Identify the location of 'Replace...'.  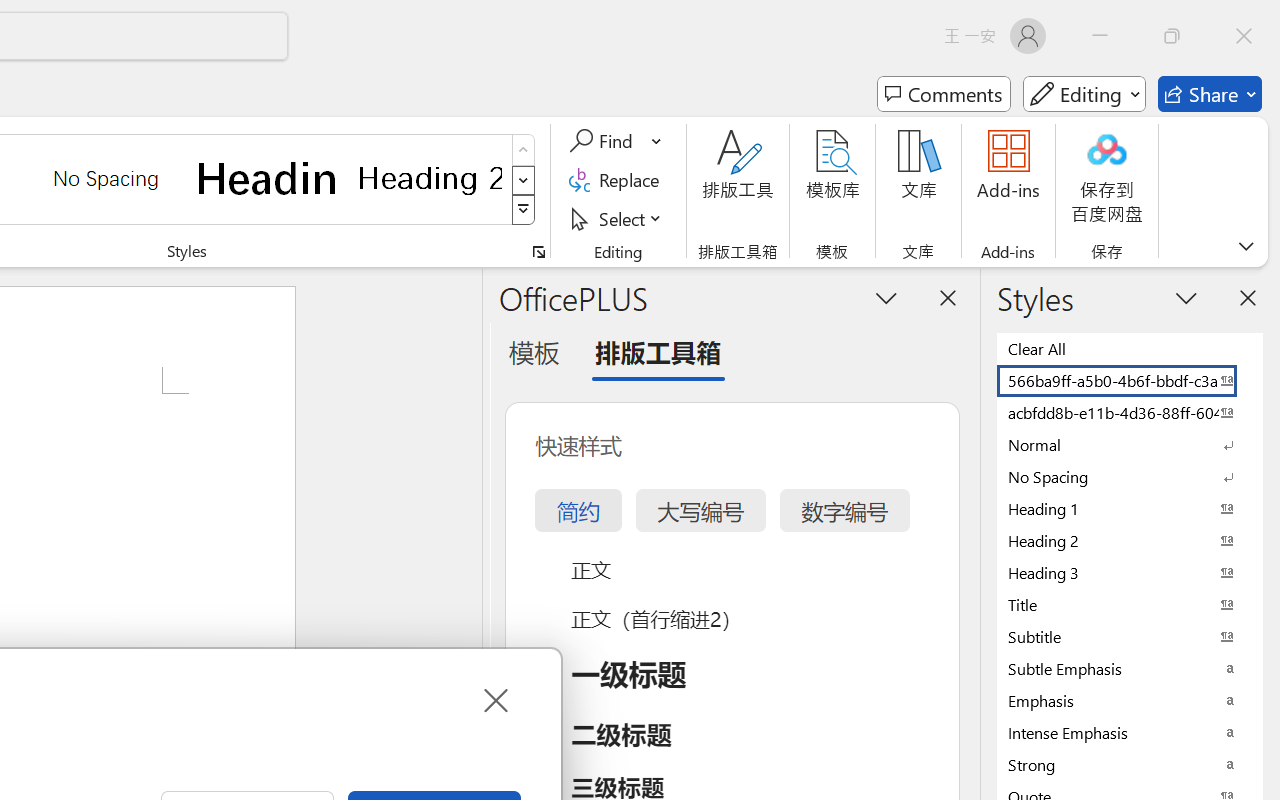
(616, 179).